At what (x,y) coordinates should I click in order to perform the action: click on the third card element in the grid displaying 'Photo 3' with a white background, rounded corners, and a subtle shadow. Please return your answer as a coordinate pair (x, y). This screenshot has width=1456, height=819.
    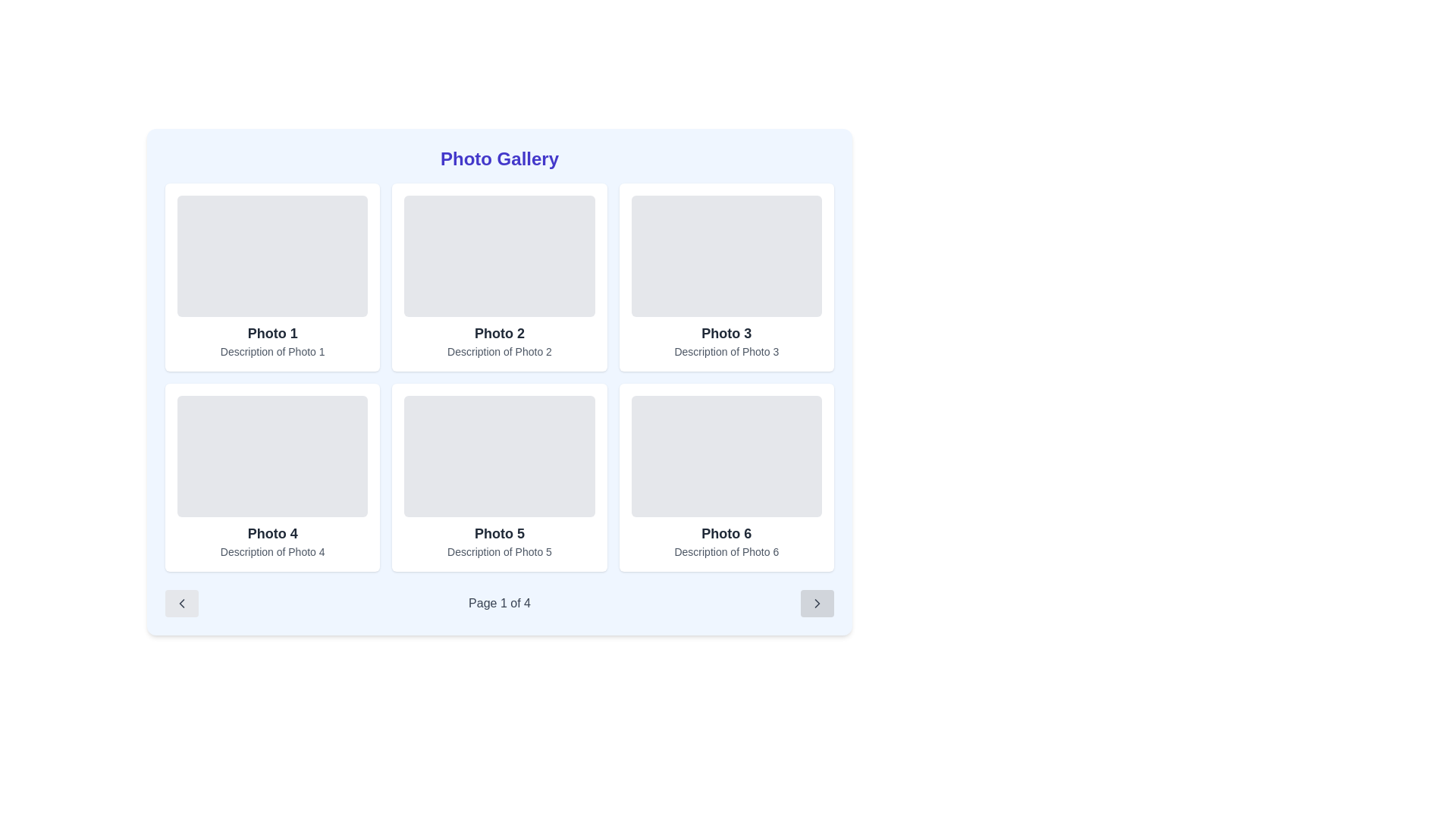
    Looking at the image, I should click on (726, 278).